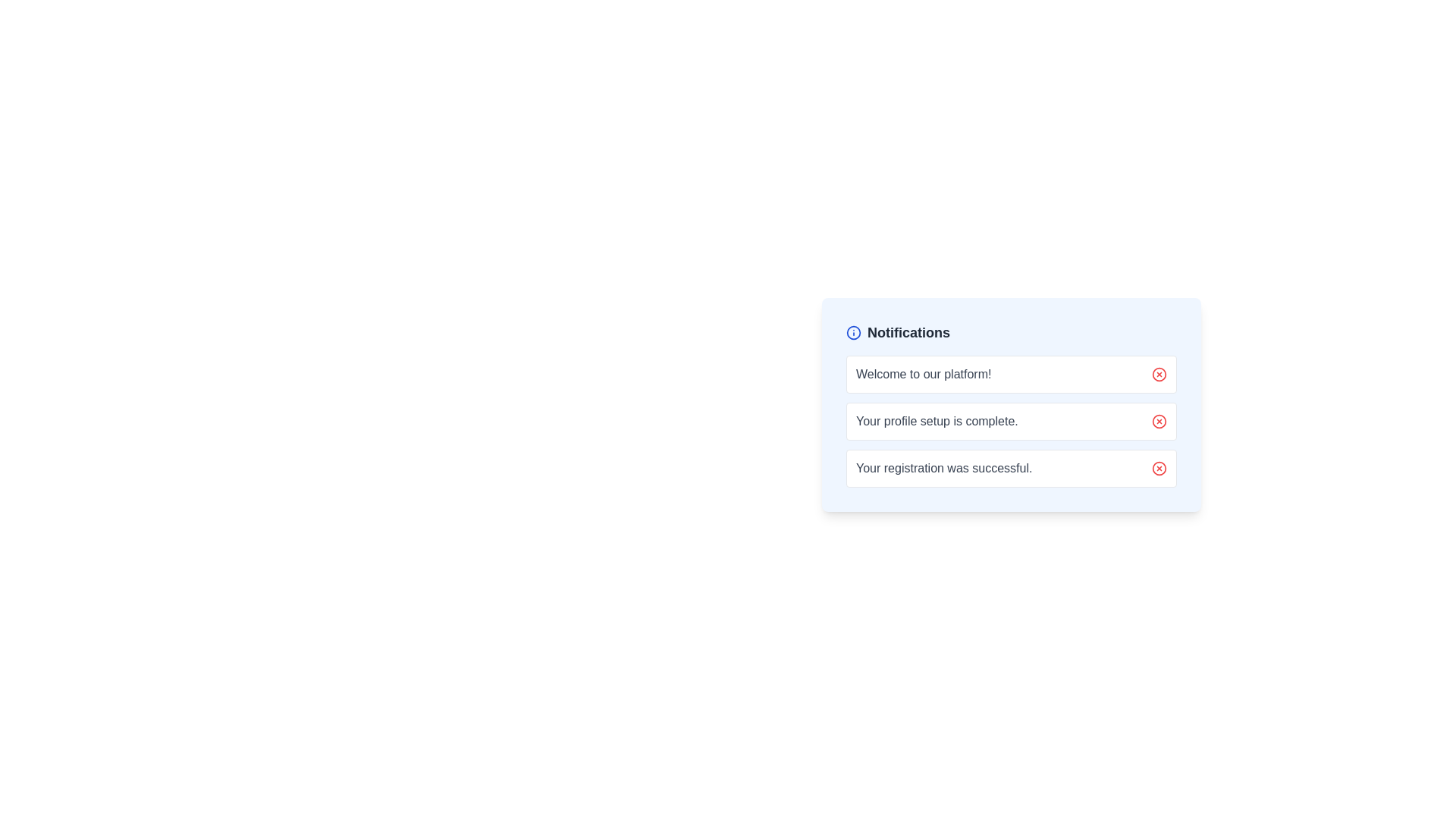 This screenshot has width=1456, height=819. I want to click on the notification message indicating successful registration by reading the content displayed in the light blue notification box, which is the third notification in the stack, so click(1012, 467).